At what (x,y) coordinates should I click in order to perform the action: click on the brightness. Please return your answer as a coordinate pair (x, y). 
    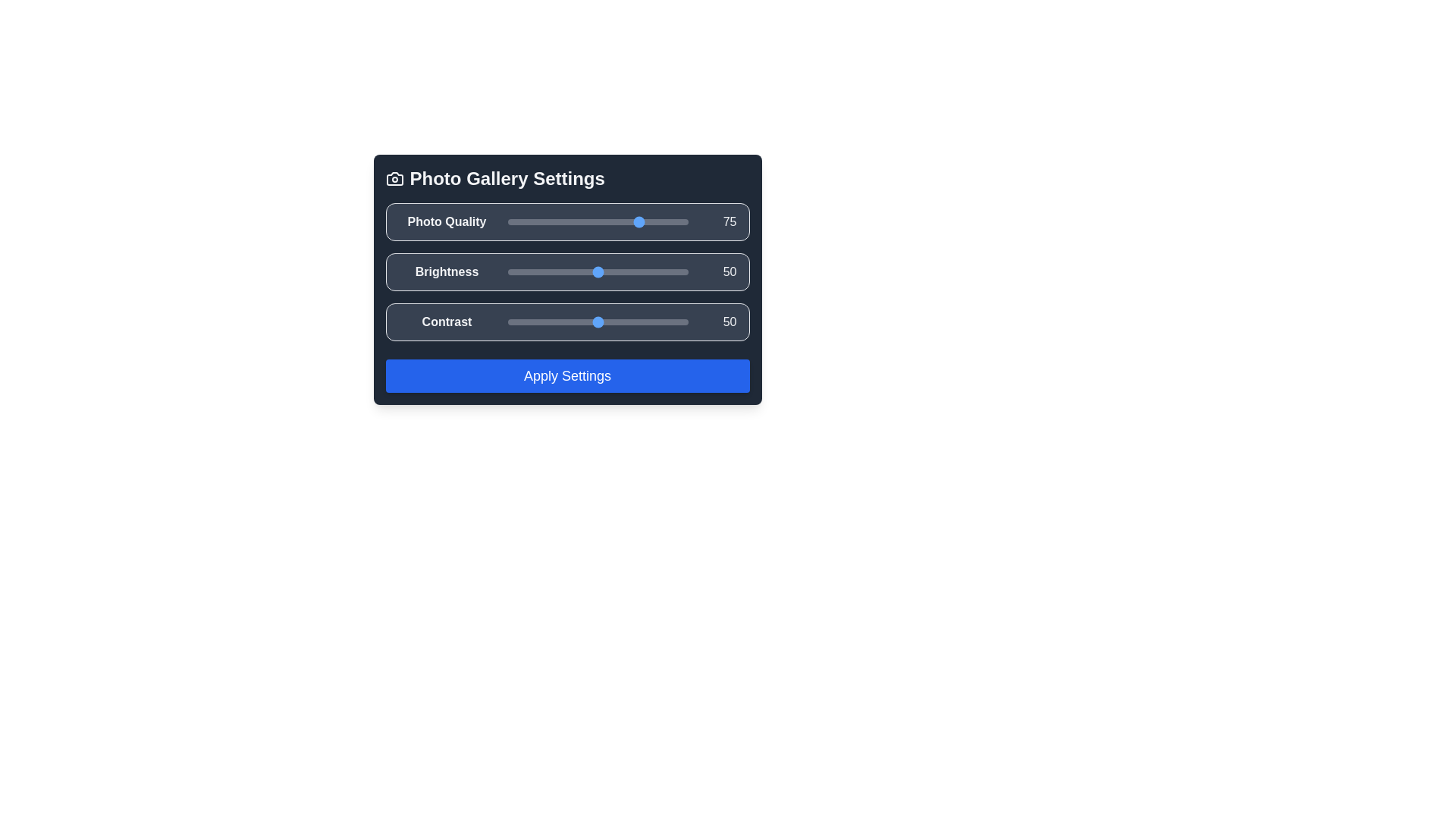
    Looking at the image, I should click on (635, 271).